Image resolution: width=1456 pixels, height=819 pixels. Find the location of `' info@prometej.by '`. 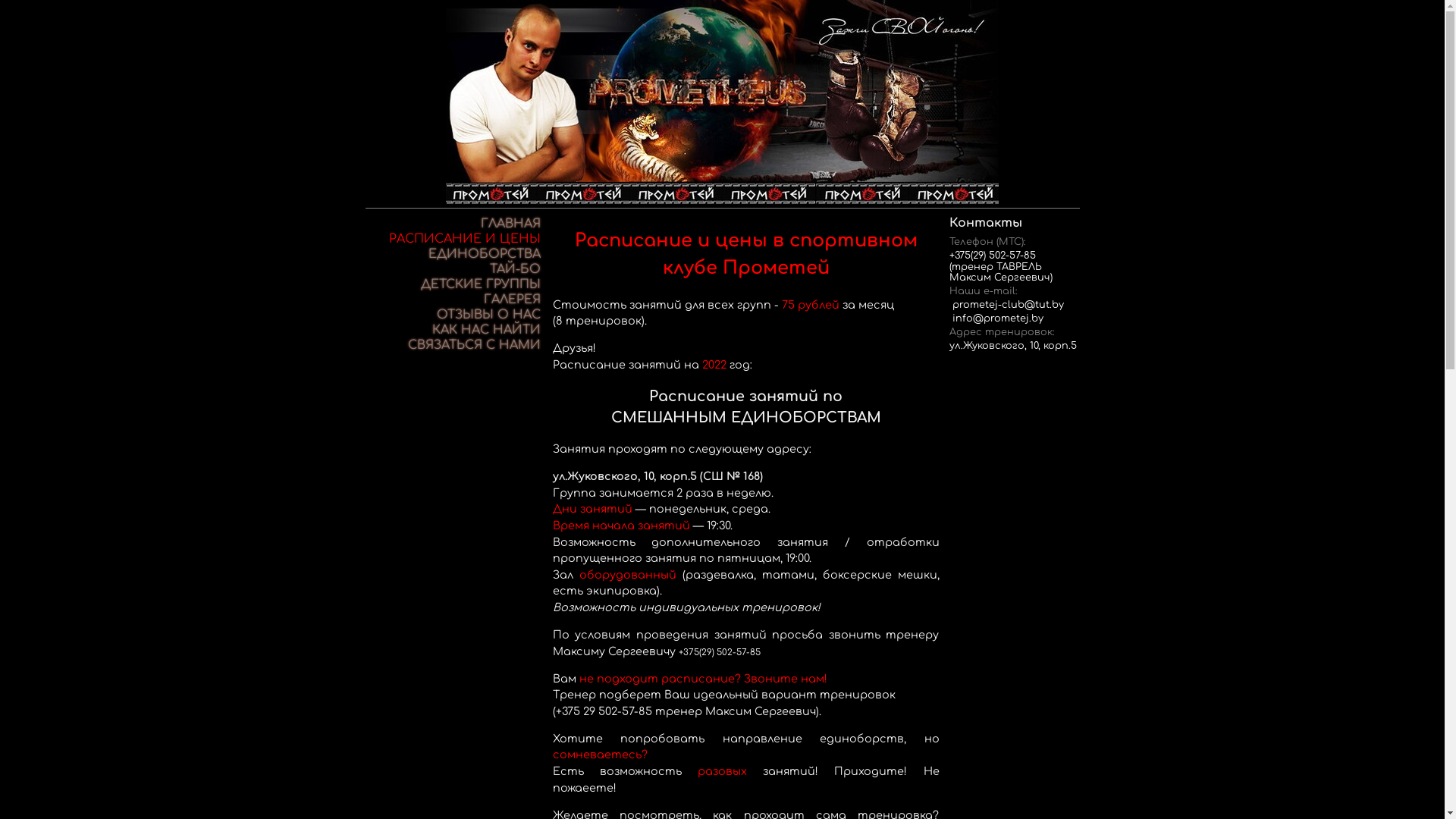

' info@prometej.by ' is located at coordinates (997, 318).